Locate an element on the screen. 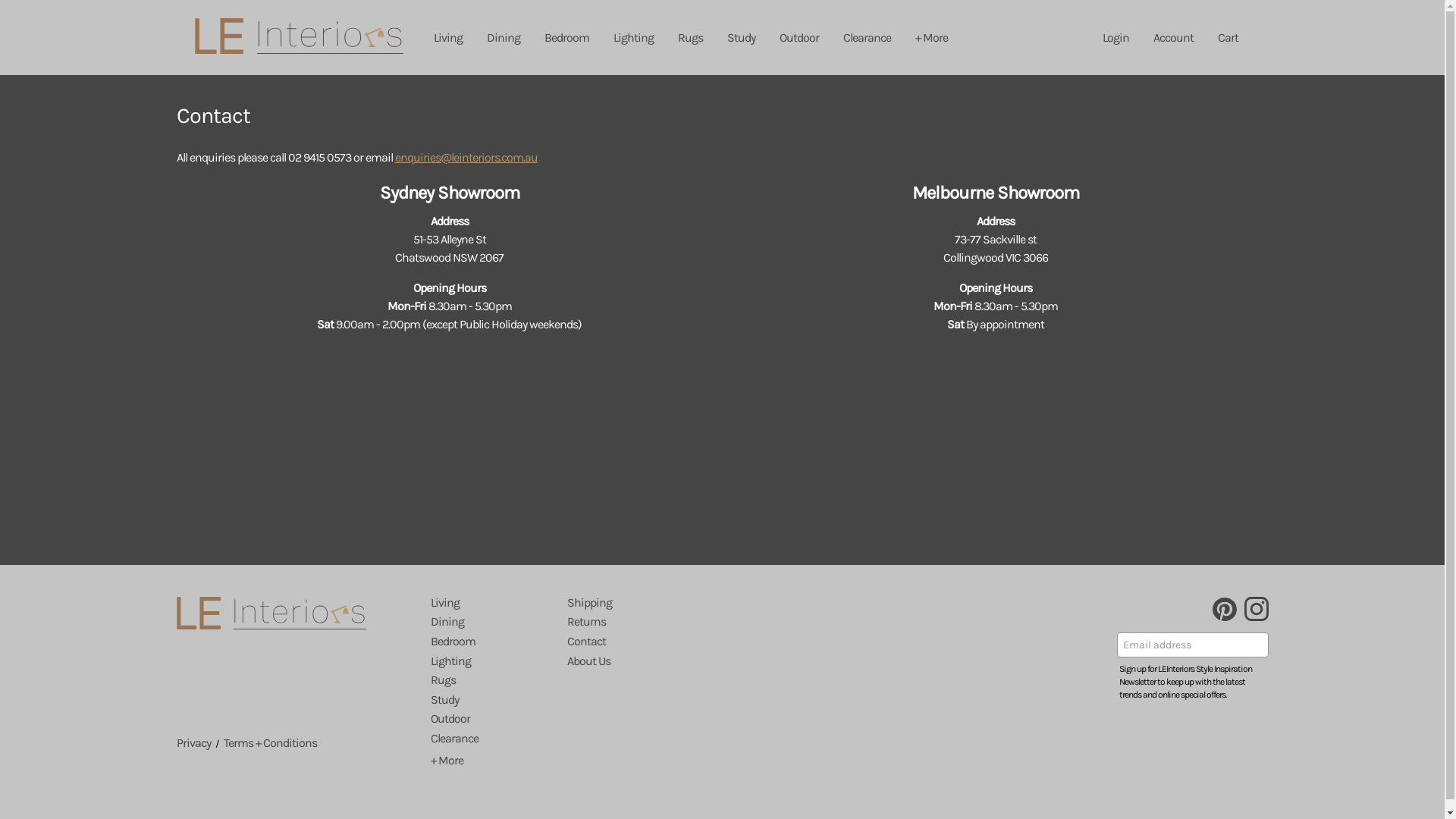 Image resolution: width=1456 pixels, height=819 pixels. 'Account' is located at coordinates (1172, 36).